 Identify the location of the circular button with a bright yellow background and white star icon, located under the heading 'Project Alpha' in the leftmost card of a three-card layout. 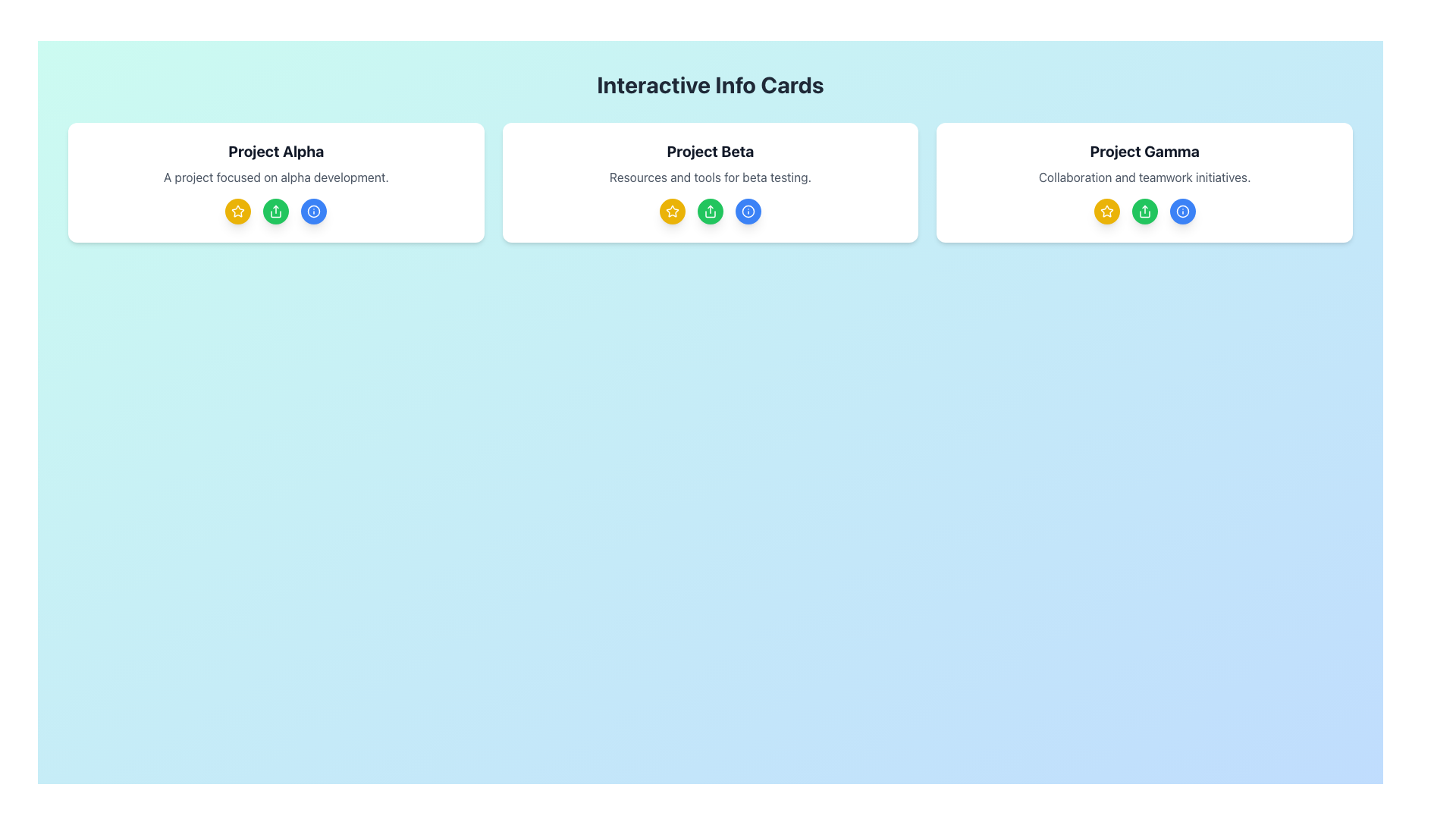
(237, 211).